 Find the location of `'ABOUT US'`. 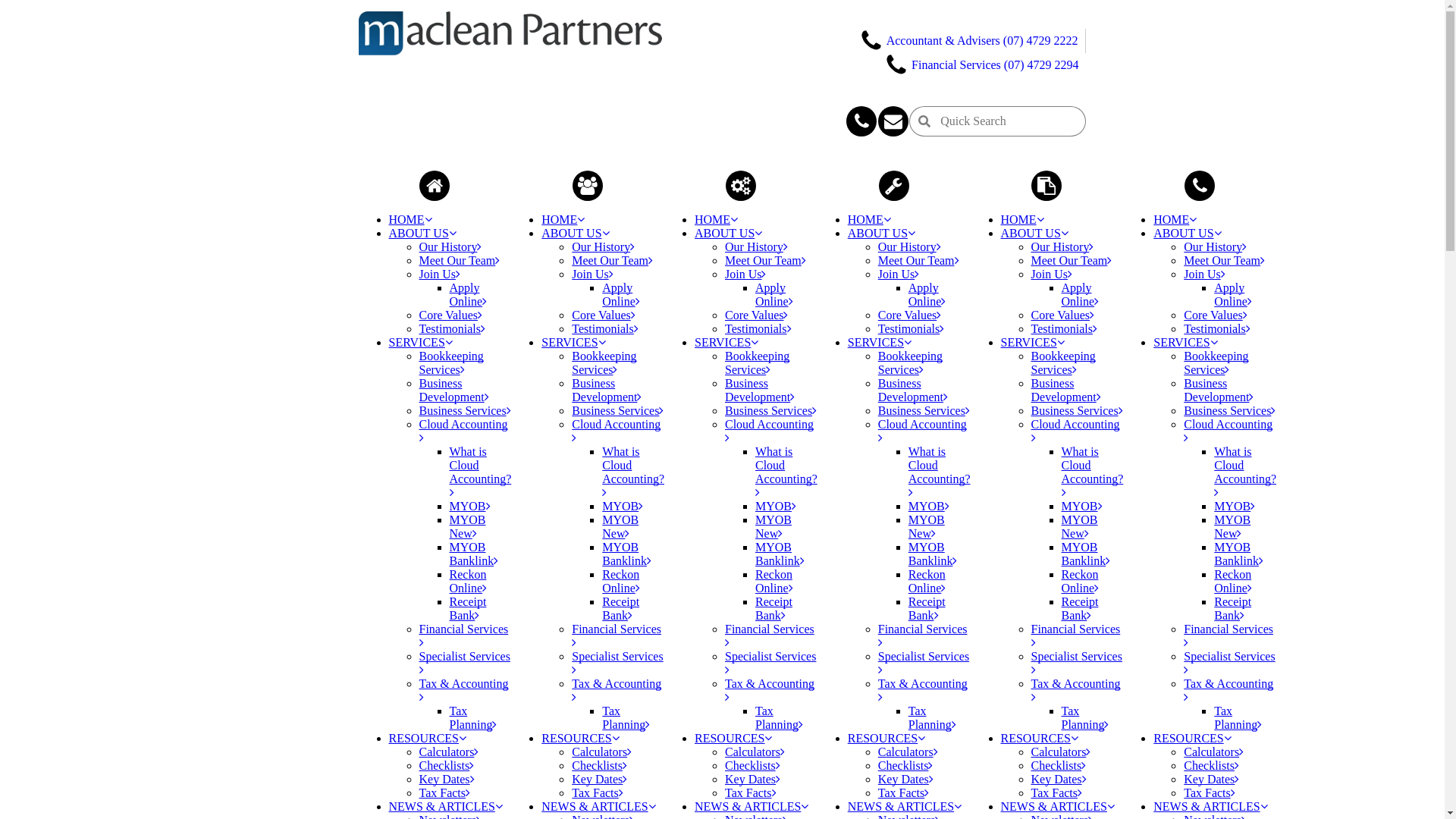

'ABOUT US' is located at coordinates (1186, 233).